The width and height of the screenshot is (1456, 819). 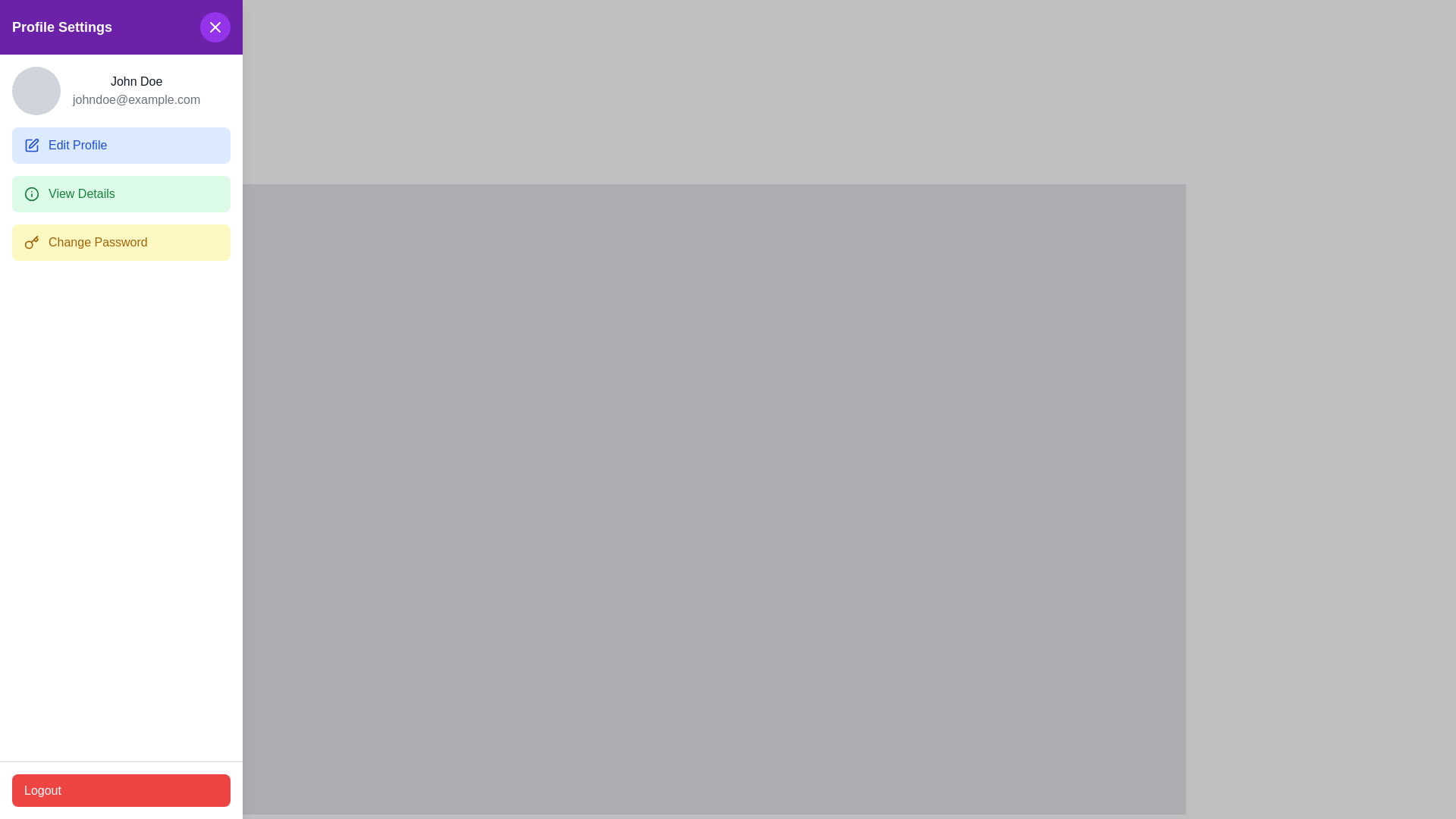 What do you see at coordinates (32, 193) in the screenshot?
I see `the 'View Details' icon located on the left side of the green button in the vertical menu, positioned between the 'Edit Profile' and 'Change Password' buttons` at bounding box center [32, 193].